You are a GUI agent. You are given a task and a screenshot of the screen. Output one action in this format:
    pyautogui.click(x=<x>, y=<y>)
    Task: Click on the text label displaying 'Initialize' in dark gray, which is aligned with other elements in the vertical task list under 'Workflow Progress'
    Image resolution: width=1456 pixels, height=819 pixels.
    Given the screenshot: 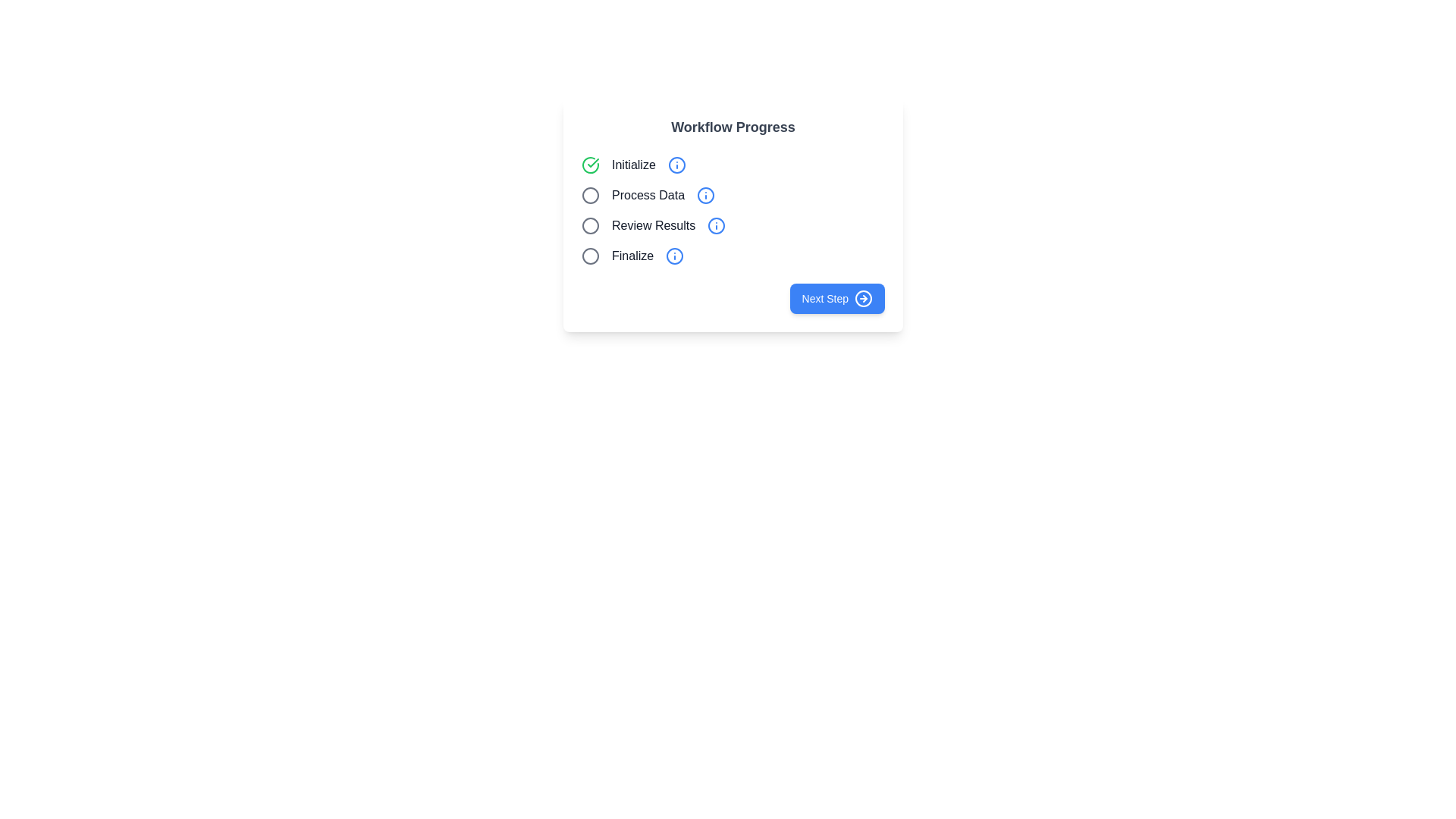 What is the action you would take?
    pyautogui.click(x=633, y=165)
    